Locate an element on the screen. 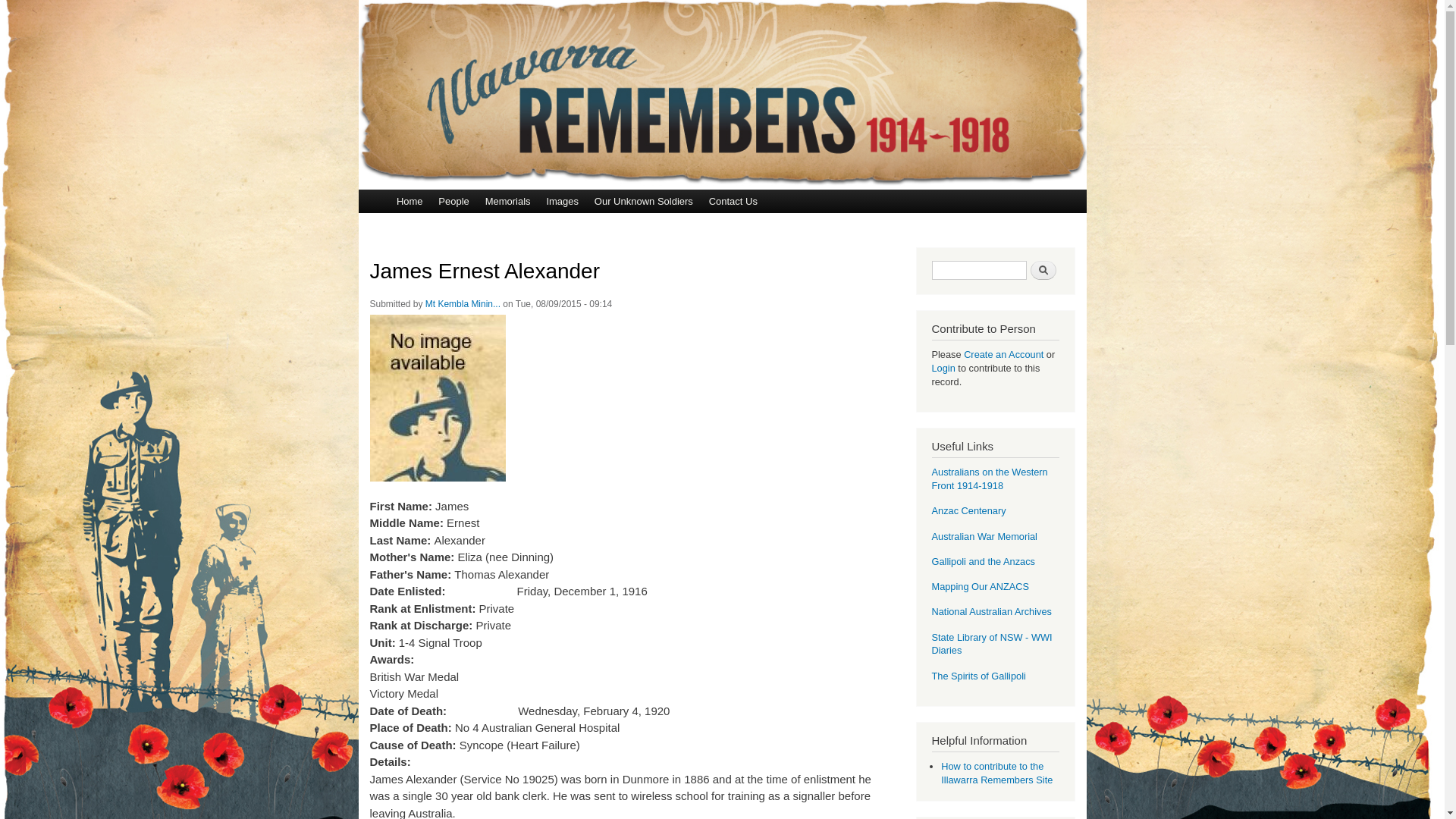 The height and width of the screenshot is (819, 1456). 'Search' is located at coordinates (1030, 269).